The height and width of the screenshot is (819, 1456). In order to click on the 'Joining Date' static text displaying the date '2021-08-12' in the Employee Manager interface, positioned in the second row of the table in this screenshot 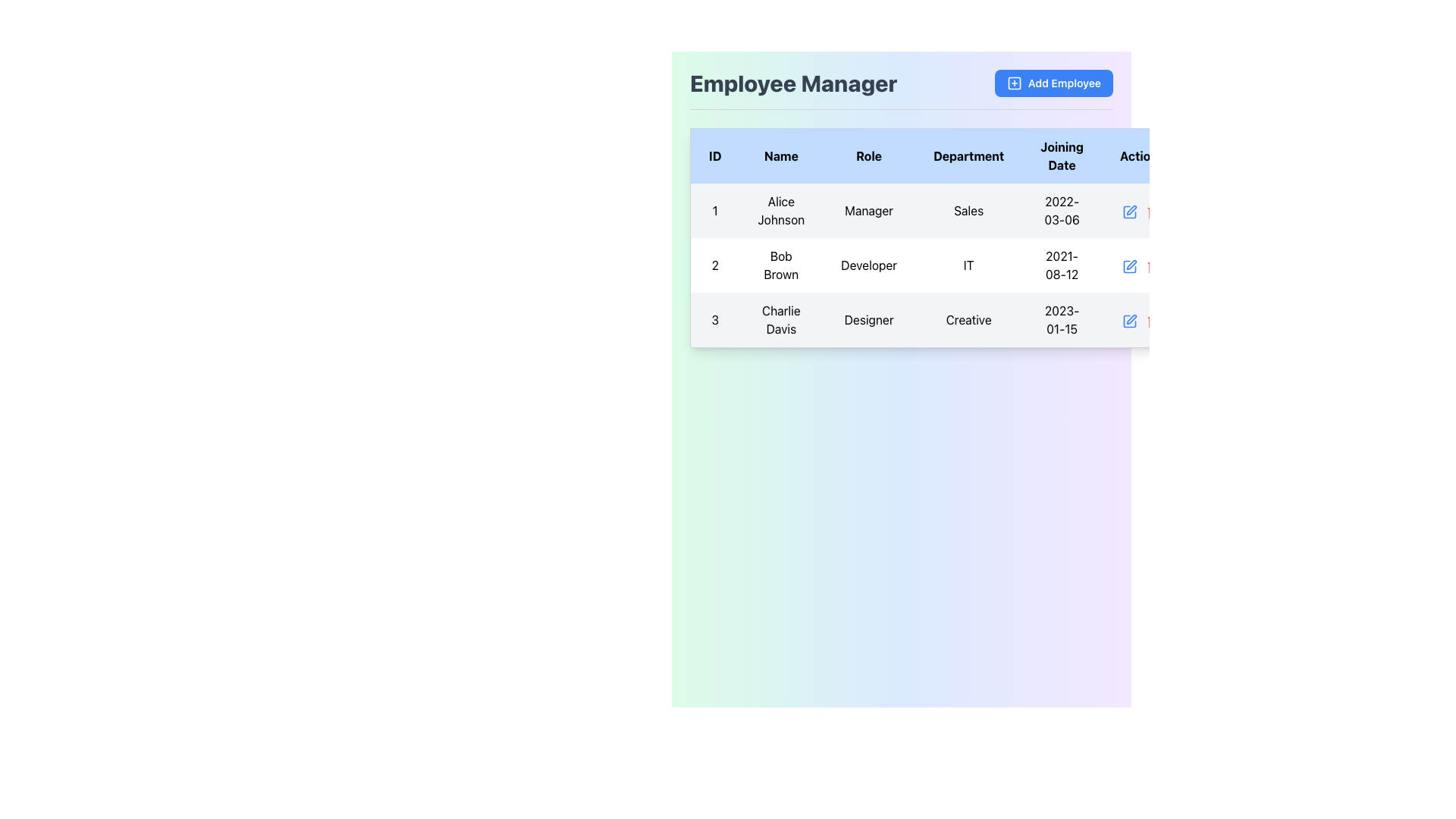, I will do `click(1061, 265)`.